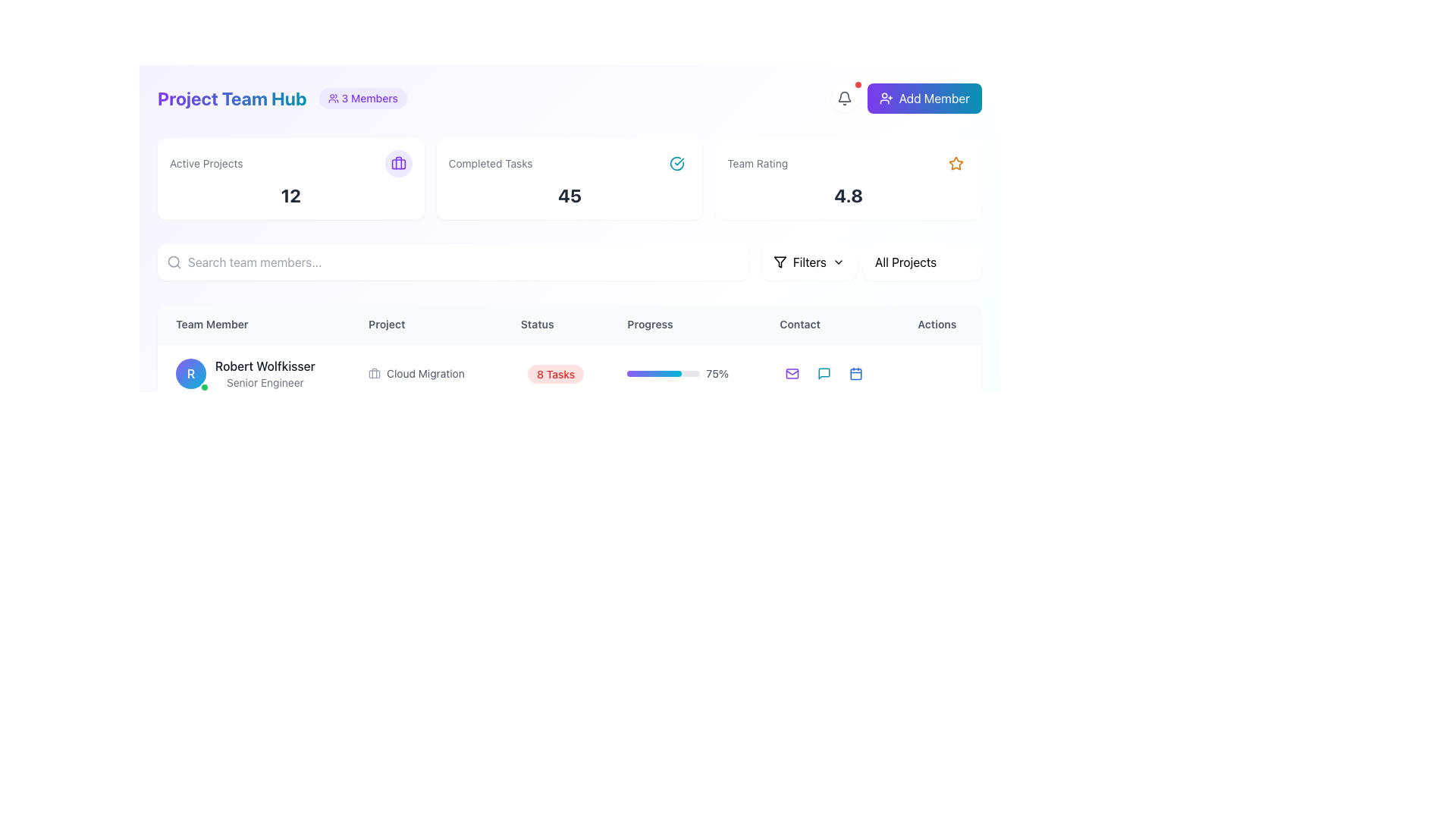  Describe the element at coordinates (780, 262) in the screenshot. I see `the filtering icon located to the left of the 'Filters' button, which indicates filtering functionality and is positioned on the right-hand side of the interface` at that location.